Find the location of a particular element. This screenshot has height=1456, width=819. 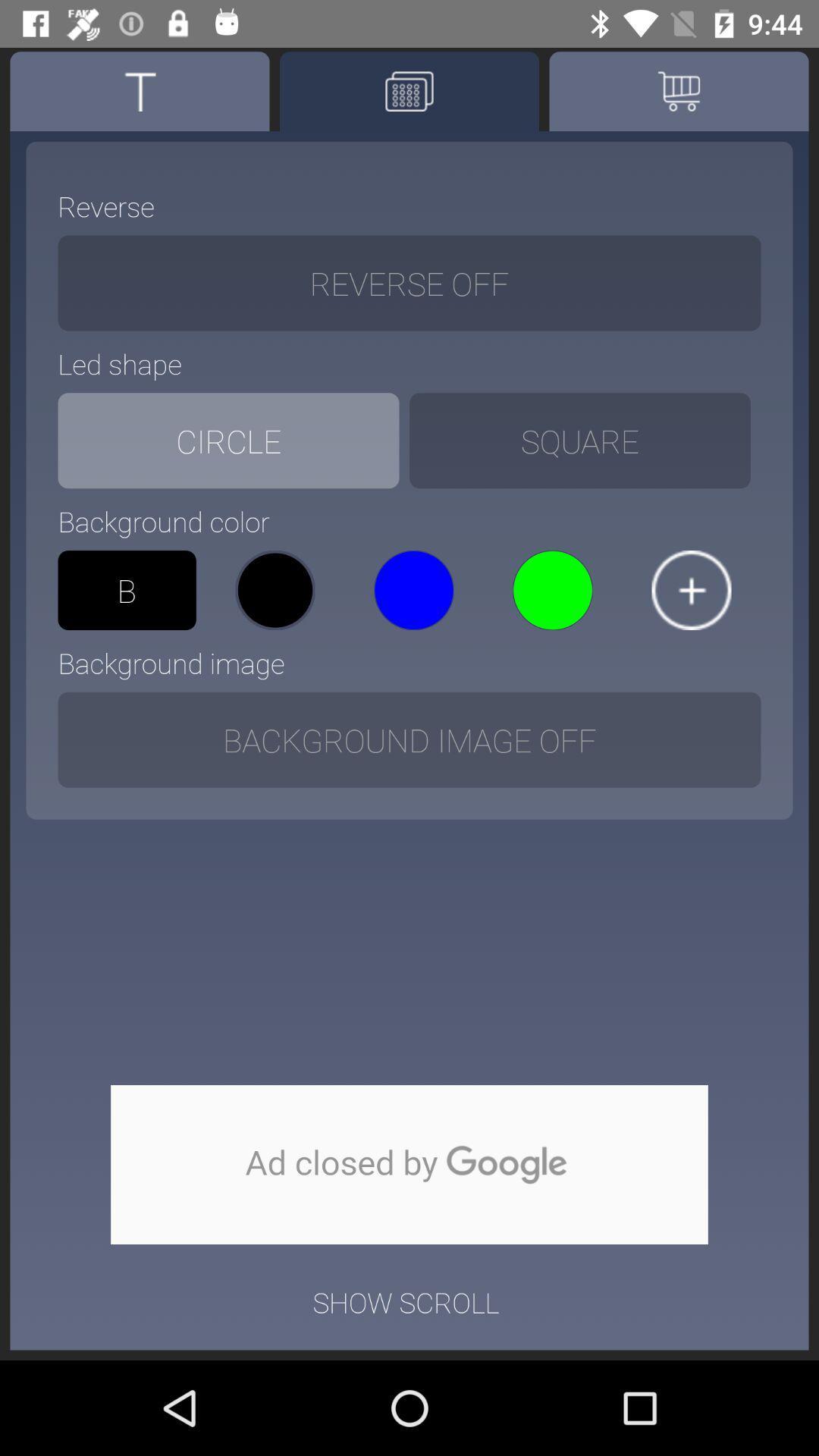

shows advertisement closed by google option is located at coordinates (409, 1164).